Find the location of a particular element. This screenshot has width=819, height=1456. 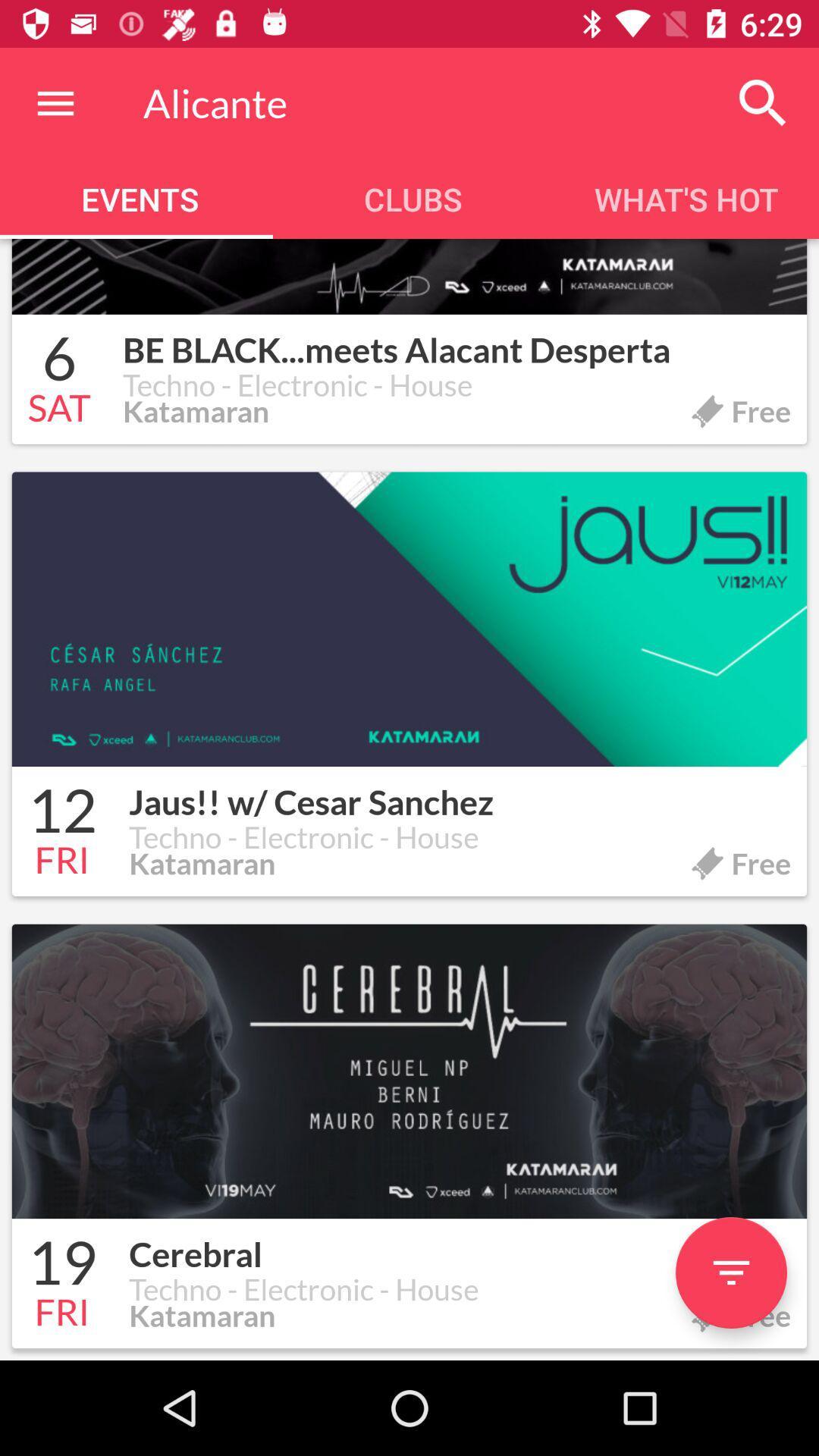

icon next to the jaus w cesar is located at coordinates (61, 812).